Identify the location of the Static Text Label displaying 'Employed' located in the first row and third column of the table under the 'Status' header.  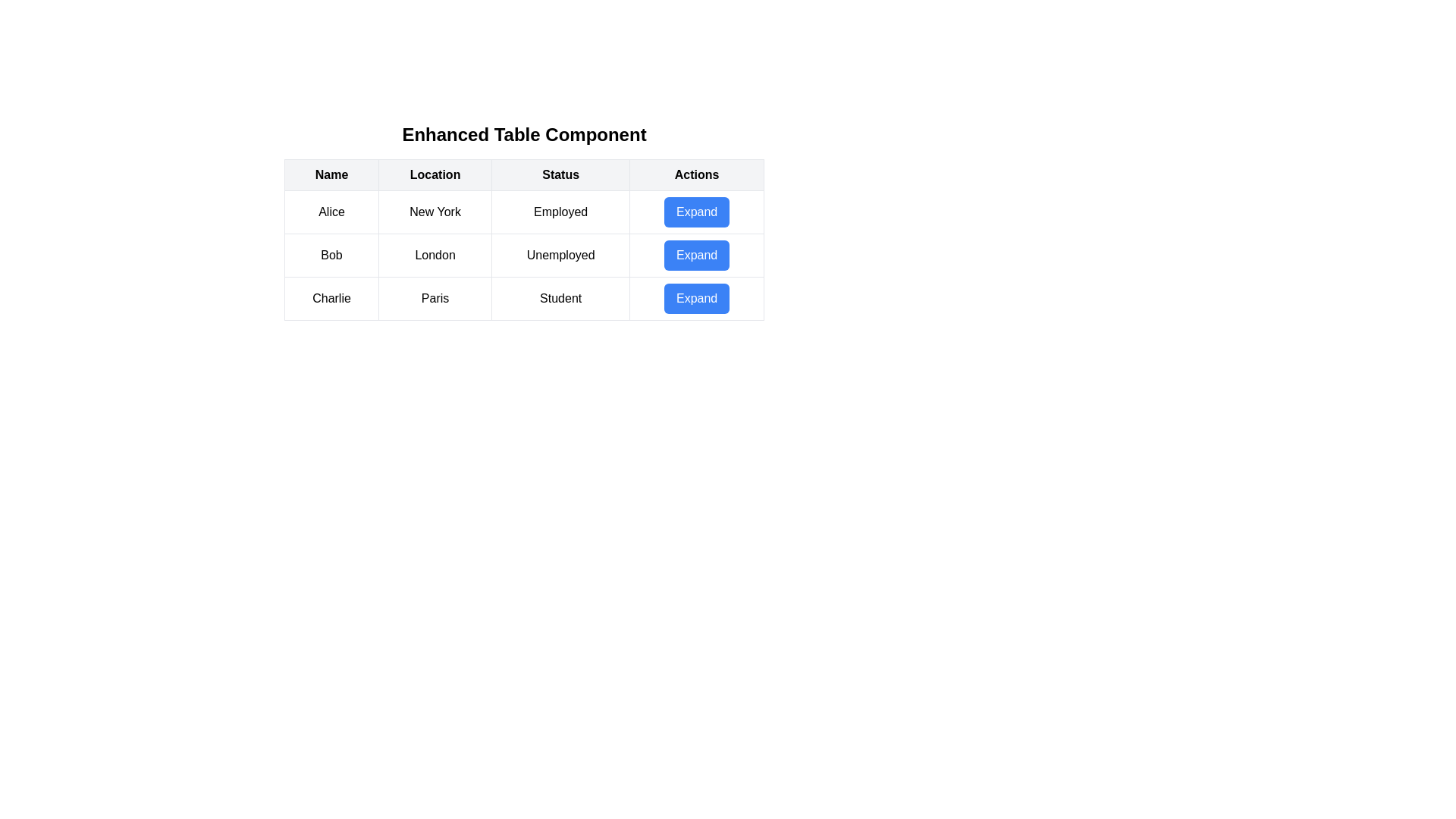
(560, 212).